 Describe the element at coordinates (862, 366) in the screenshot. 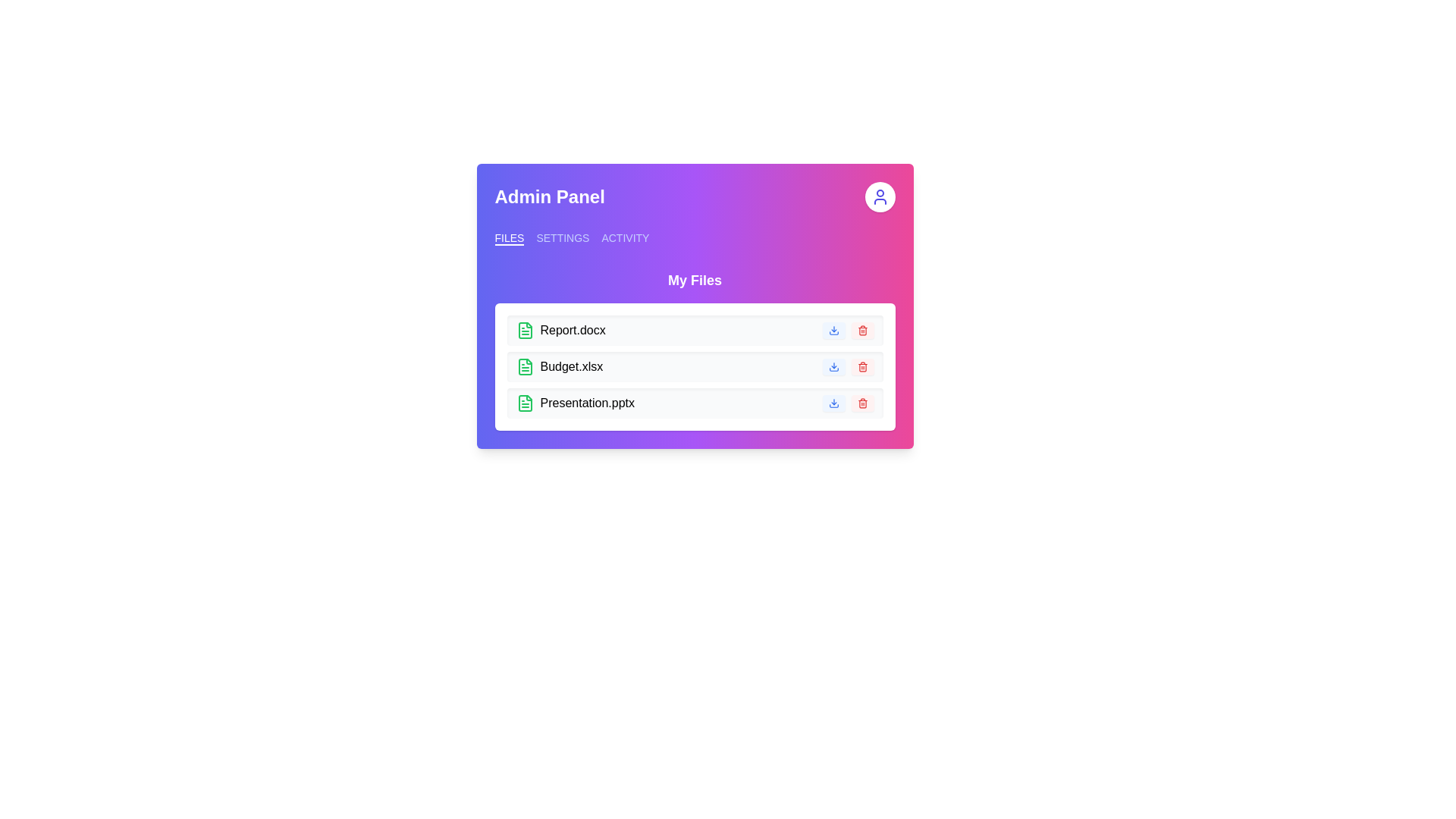

I see `the small button with a red trash can icon located to the right of the blue download button for the file 'Budget.xlsx' to change its shade` at that location.